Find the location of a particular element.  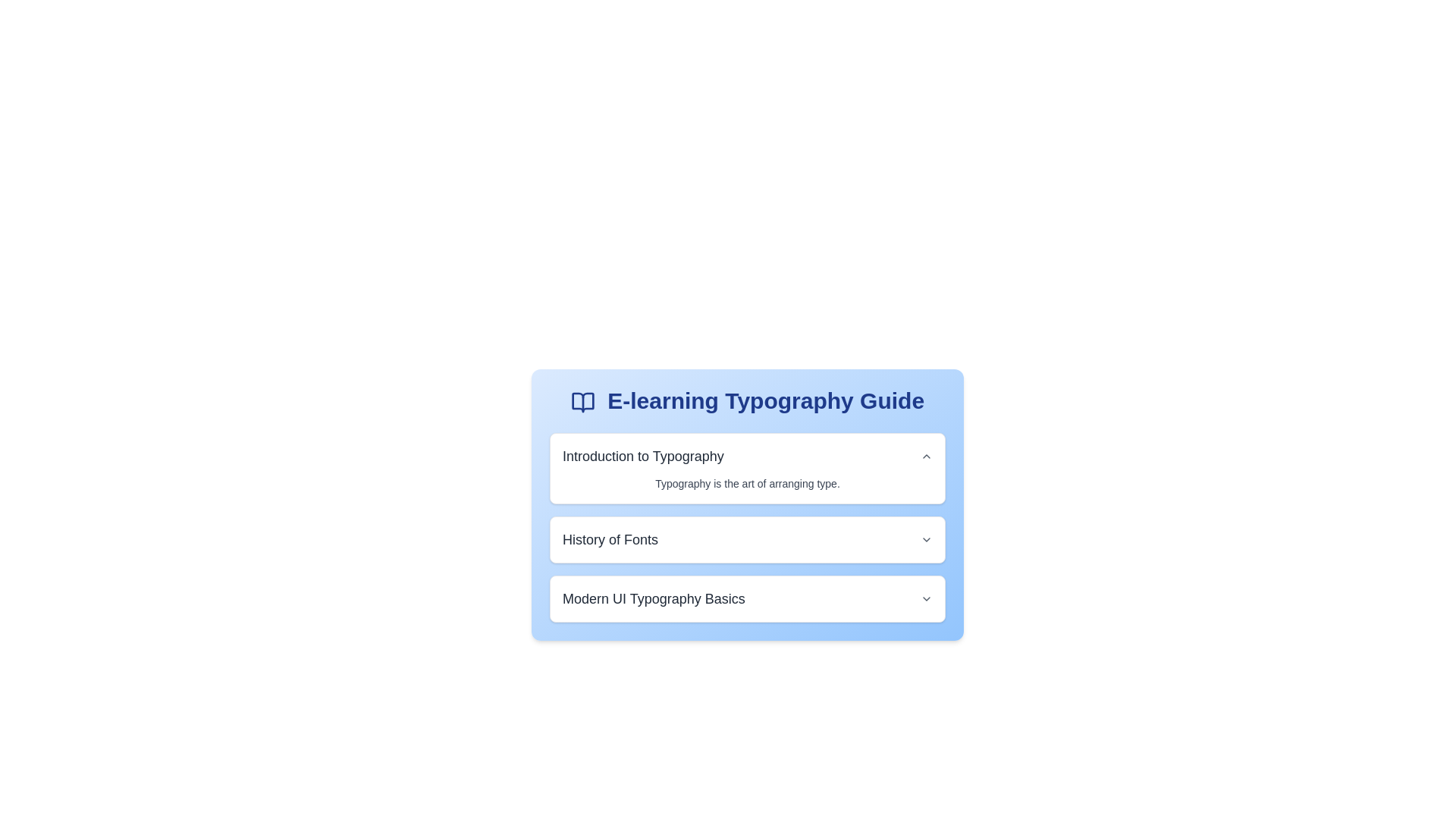

the upward-pointing chevron button located at the upper-right corner of the 'Introduction to Typography' section in the 'E-learning Typography Guide' panel is located at coordinates (926, 455).